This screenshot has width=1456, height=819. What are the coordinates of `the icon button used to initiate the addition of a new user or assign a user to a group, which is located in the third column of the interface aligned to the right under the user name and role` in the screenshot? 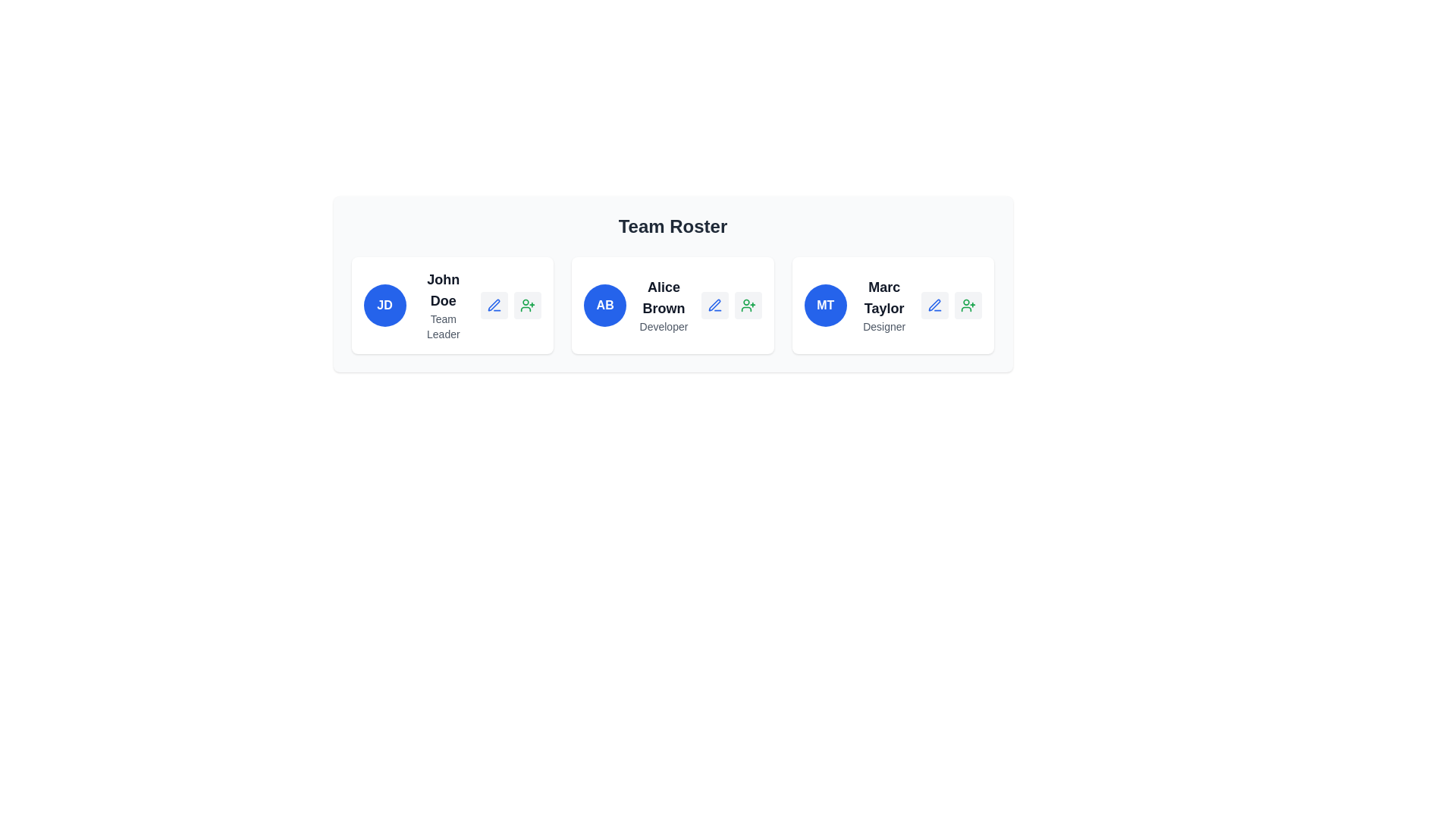 It's located at (968, 305).